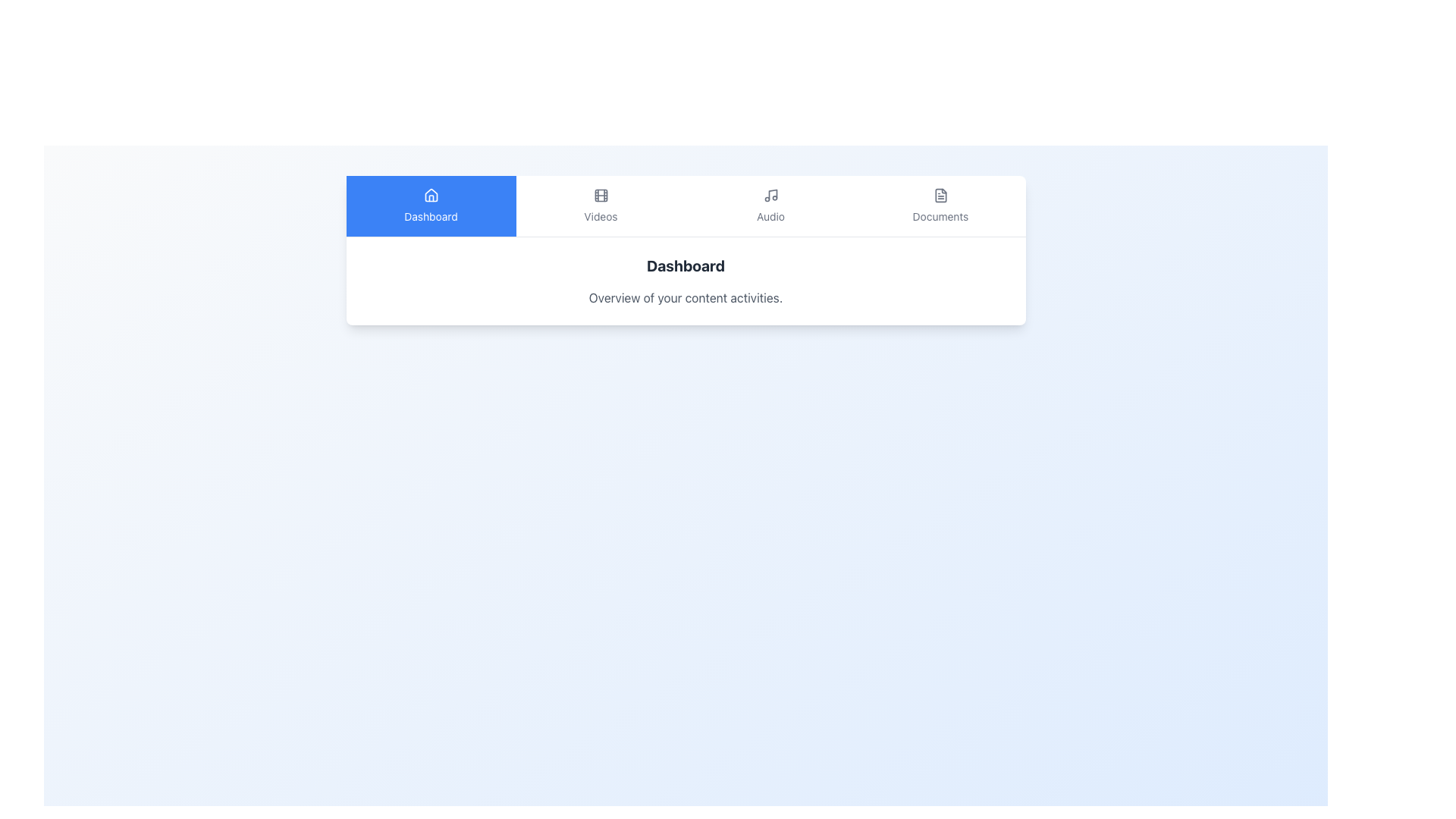  I want to click on one of the menu labels in the navigation bar, so click(685, 206).